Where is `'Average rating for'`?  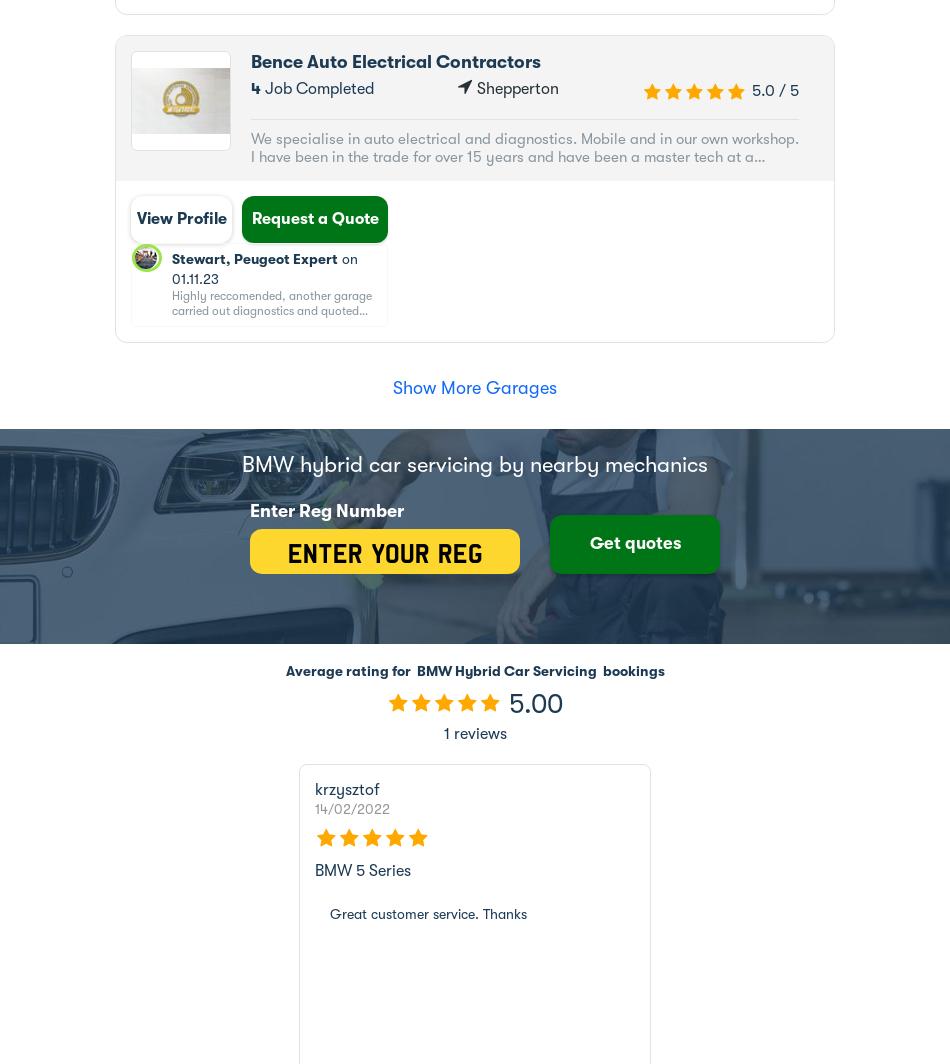 'Average rating for' is located at coordinates (349, 670).